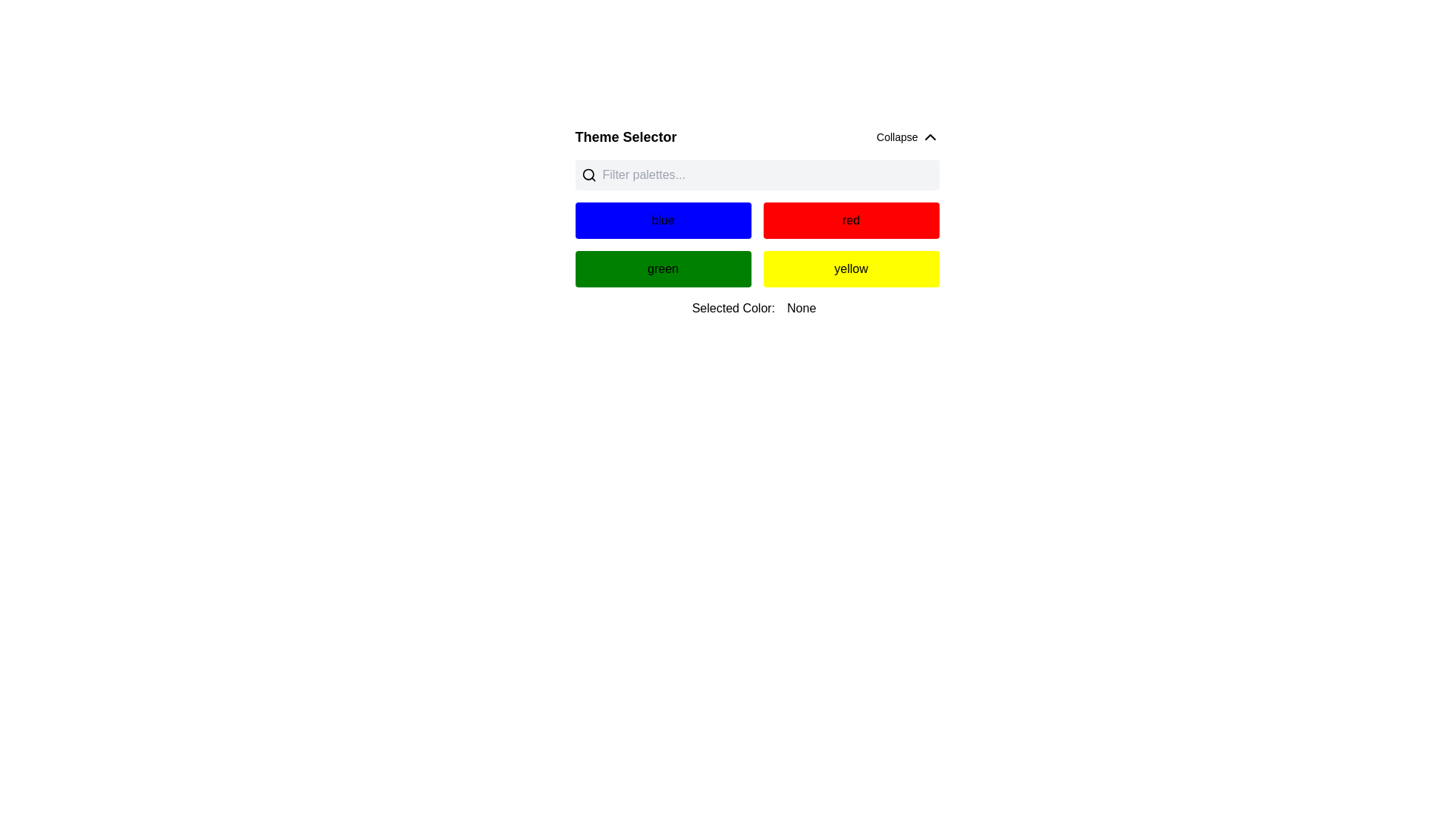  Describe the element at coordinates (587, 174) in the screenshot. I see `the circular black ring icon with a white central background, which is part of the magnifying glass icon, located to the left of the 'Filter palettes...' text input field` at that location.